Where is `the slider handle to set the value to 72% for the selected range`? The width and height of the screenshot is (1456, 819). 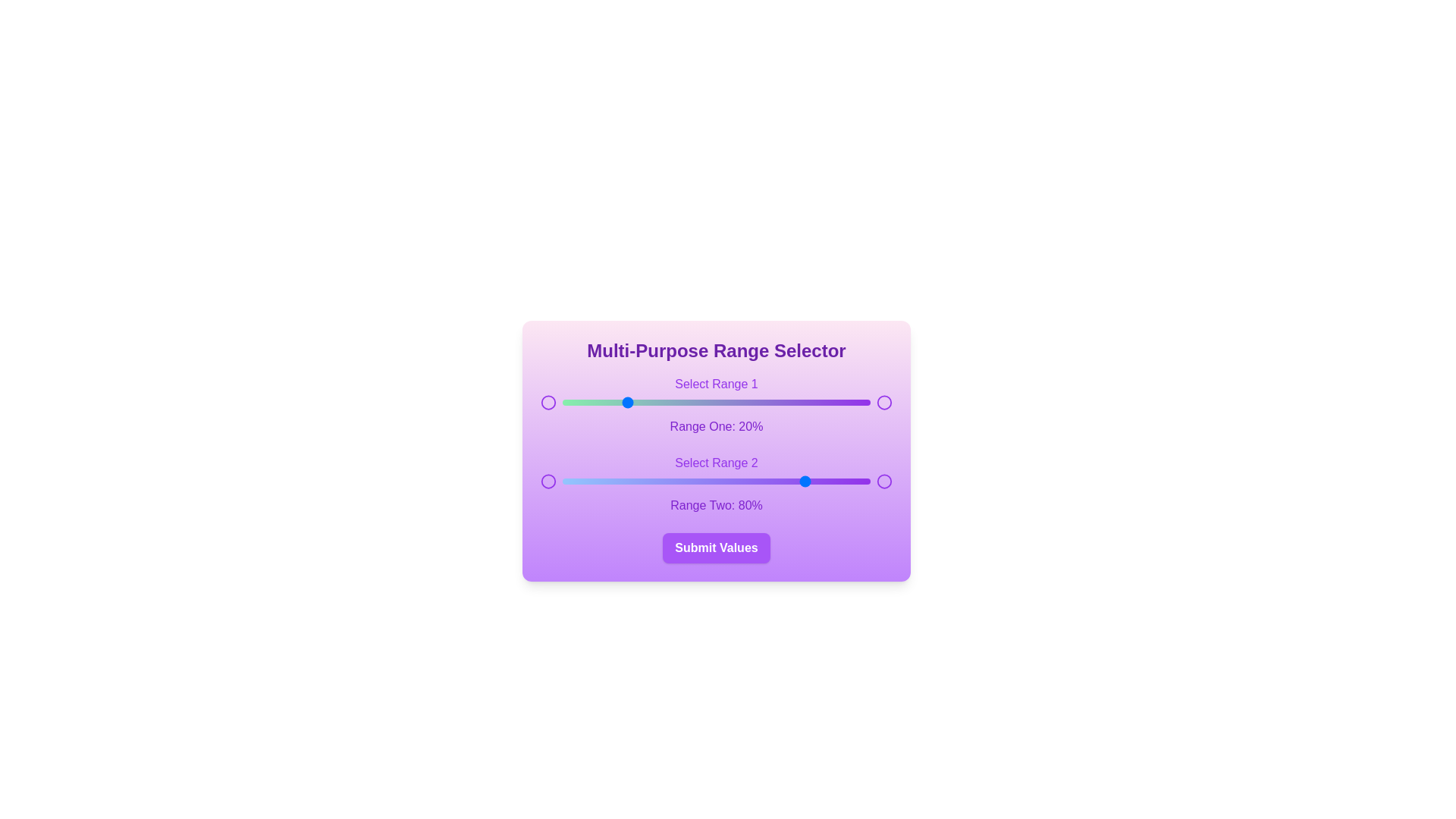
the slider handle to set the value to 72% for the selected range is located at coordinates (784, 402).